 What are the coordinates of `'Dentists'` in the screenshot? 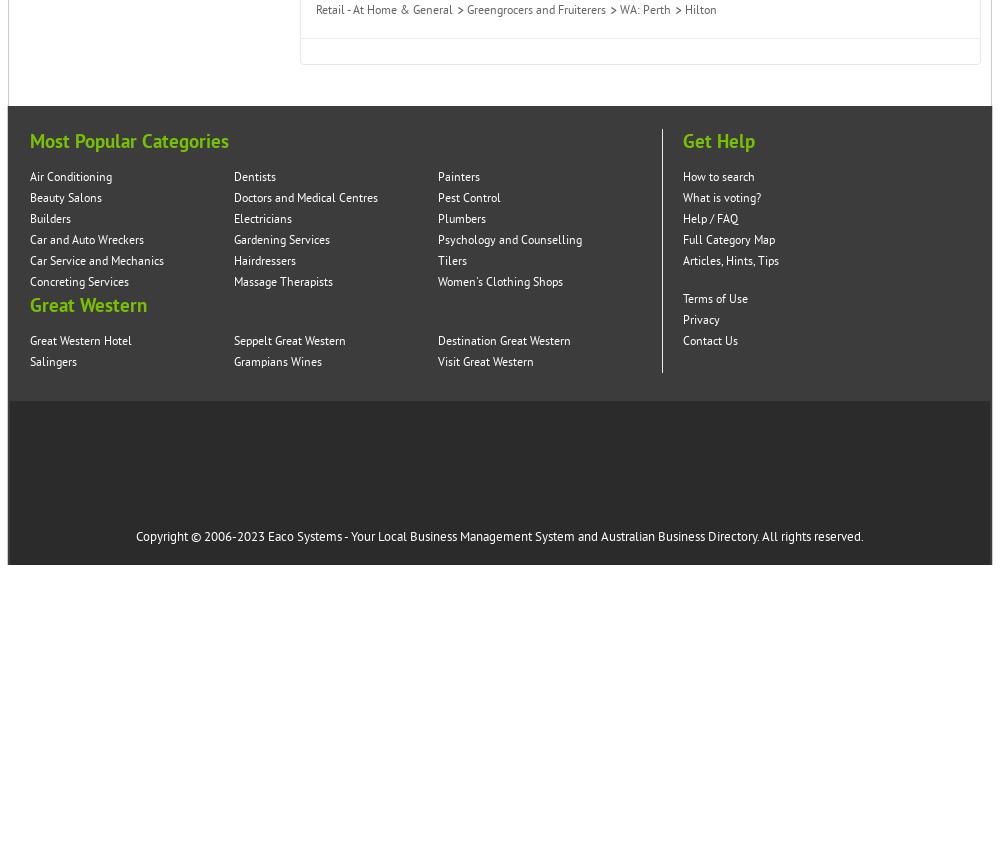 It's located at (255, 177).